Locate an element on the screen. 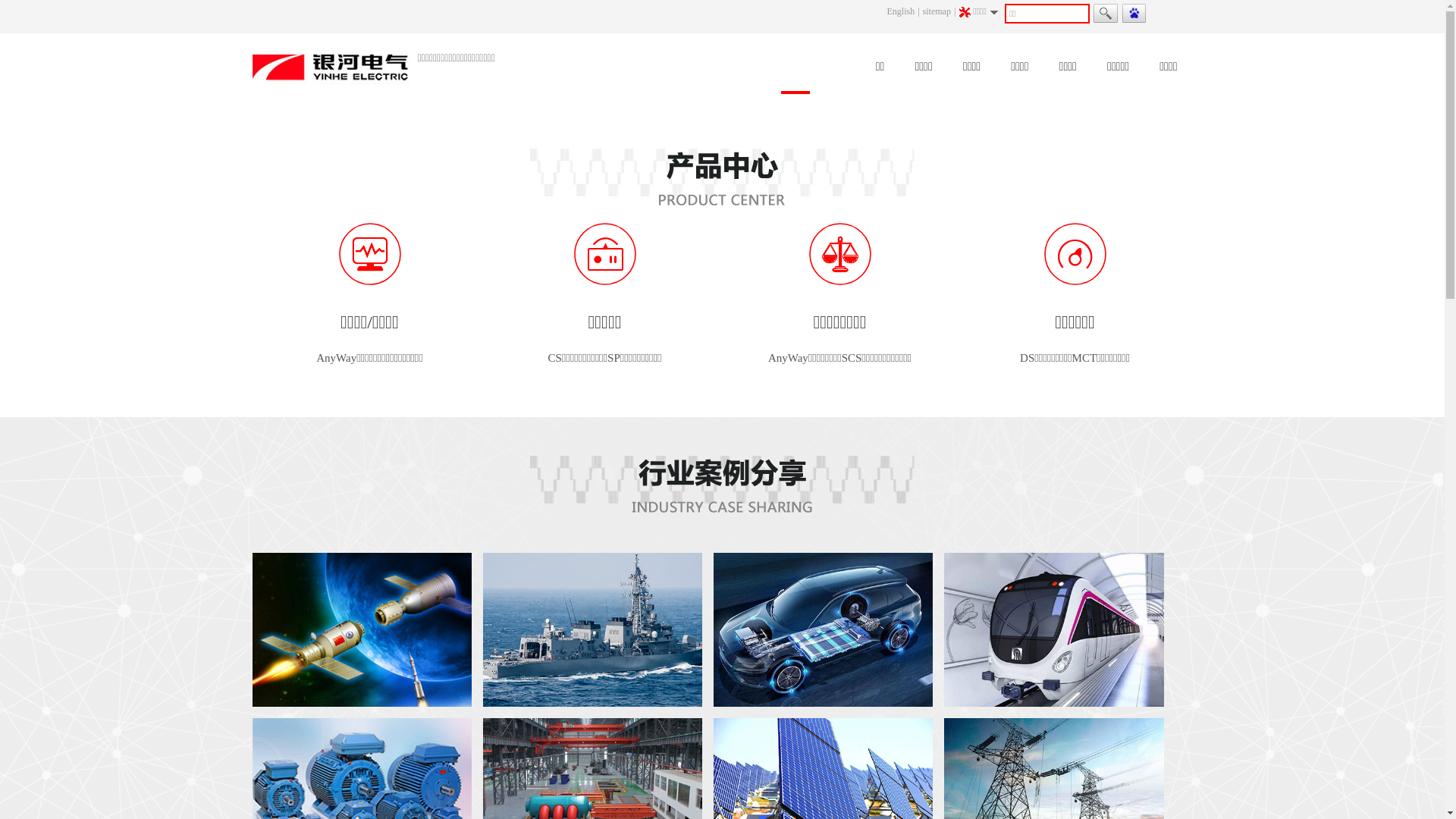 The height and width of the screenshot is (819, 1456). 'sitemap' is located at coordinates (922, 11).